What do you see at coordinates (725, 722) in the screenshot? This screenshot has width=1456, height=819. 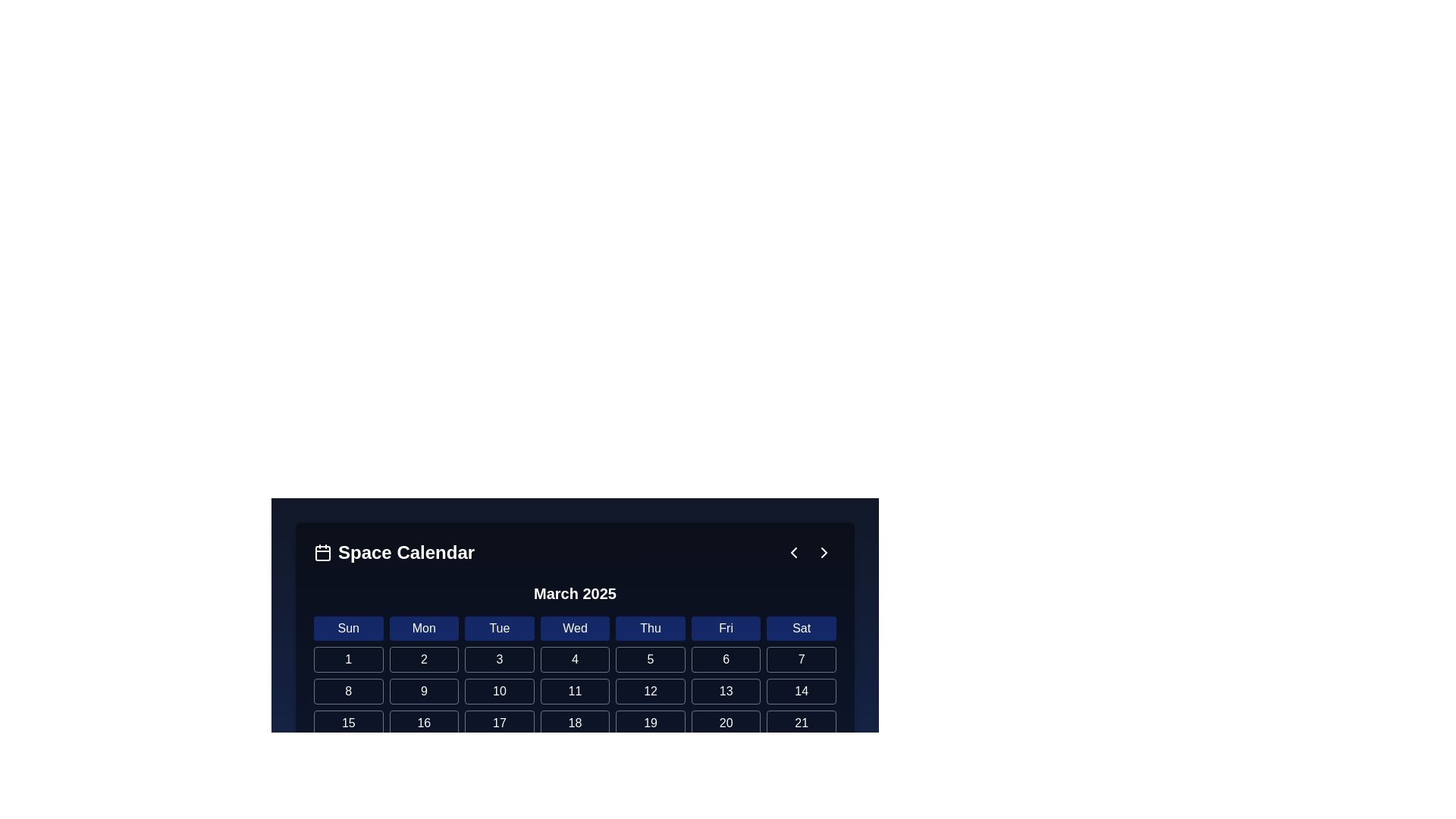 I see `the Calendar date cell representing the 20th day of the month, located in the sixth column of the fourth row in the calendar grid` at bounding box center [725, 722].